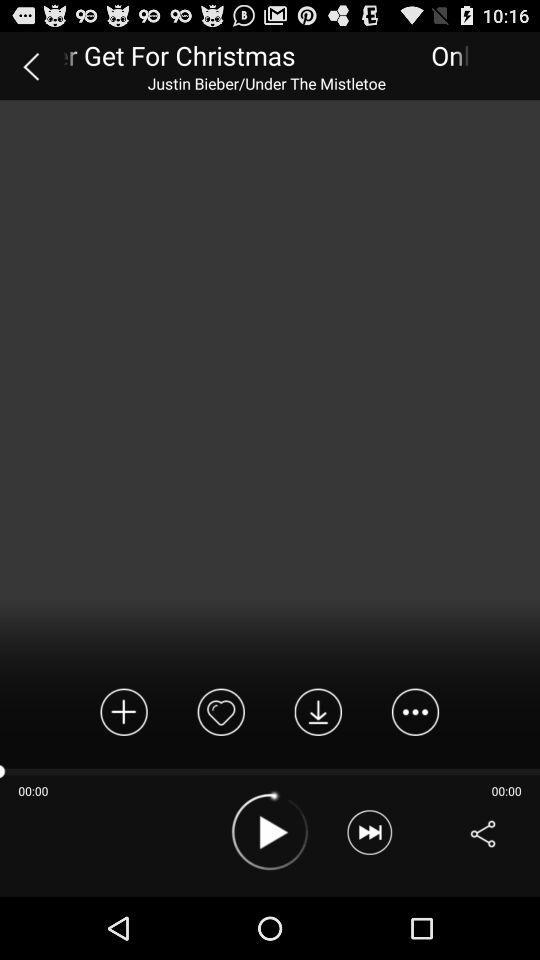  What do you see at coordinates (220, 761) in the screenshot?
I see `the favorite icon` at bounding box center [220, 761].